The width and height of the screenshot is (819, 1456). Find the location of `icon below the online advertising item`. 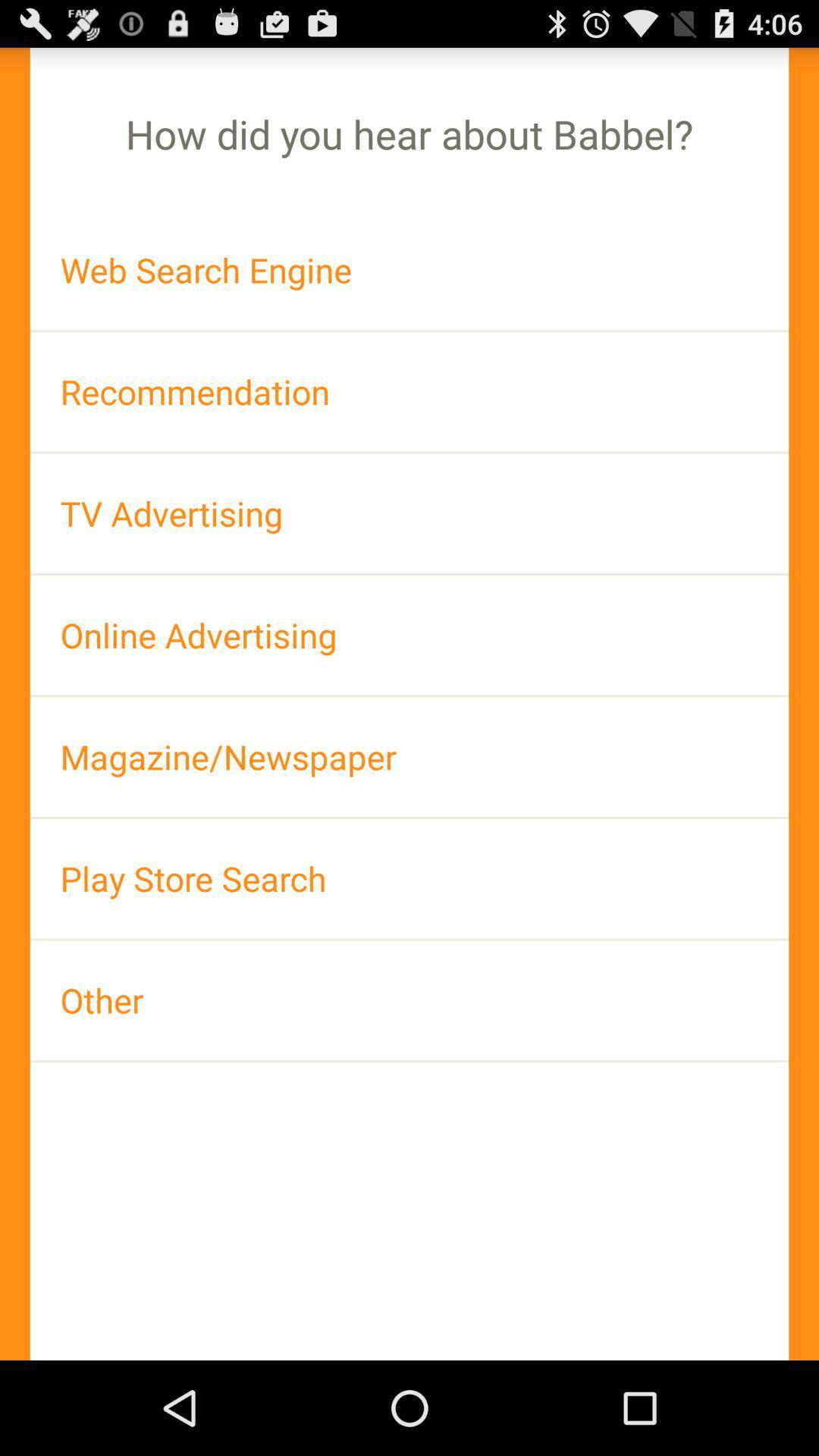

icon below the online advertising item is located at coordinates (409, 757).